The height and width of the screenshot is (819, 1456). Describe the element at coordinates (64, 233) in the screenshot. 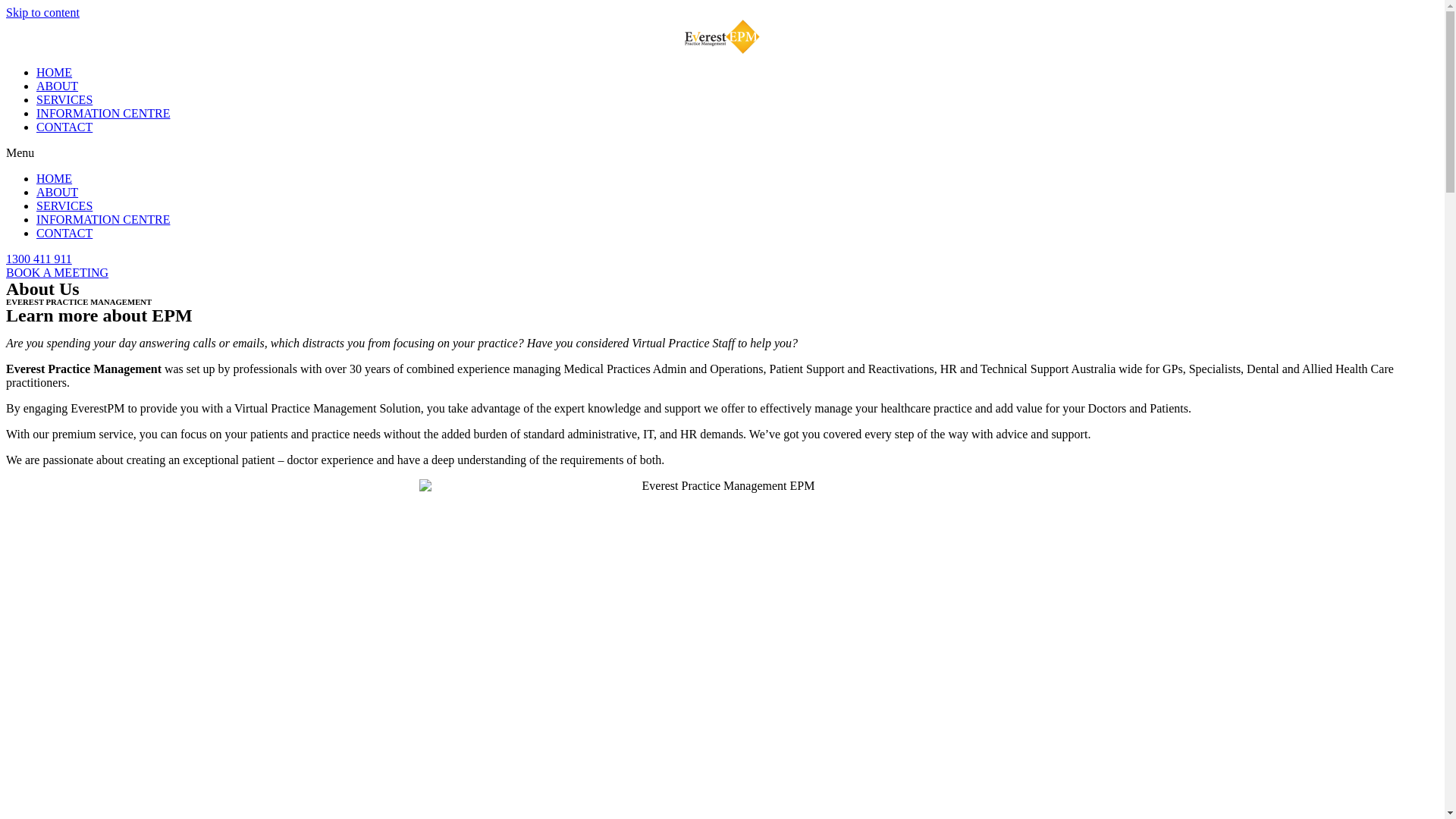

I see `'CONTACT'` at that location.